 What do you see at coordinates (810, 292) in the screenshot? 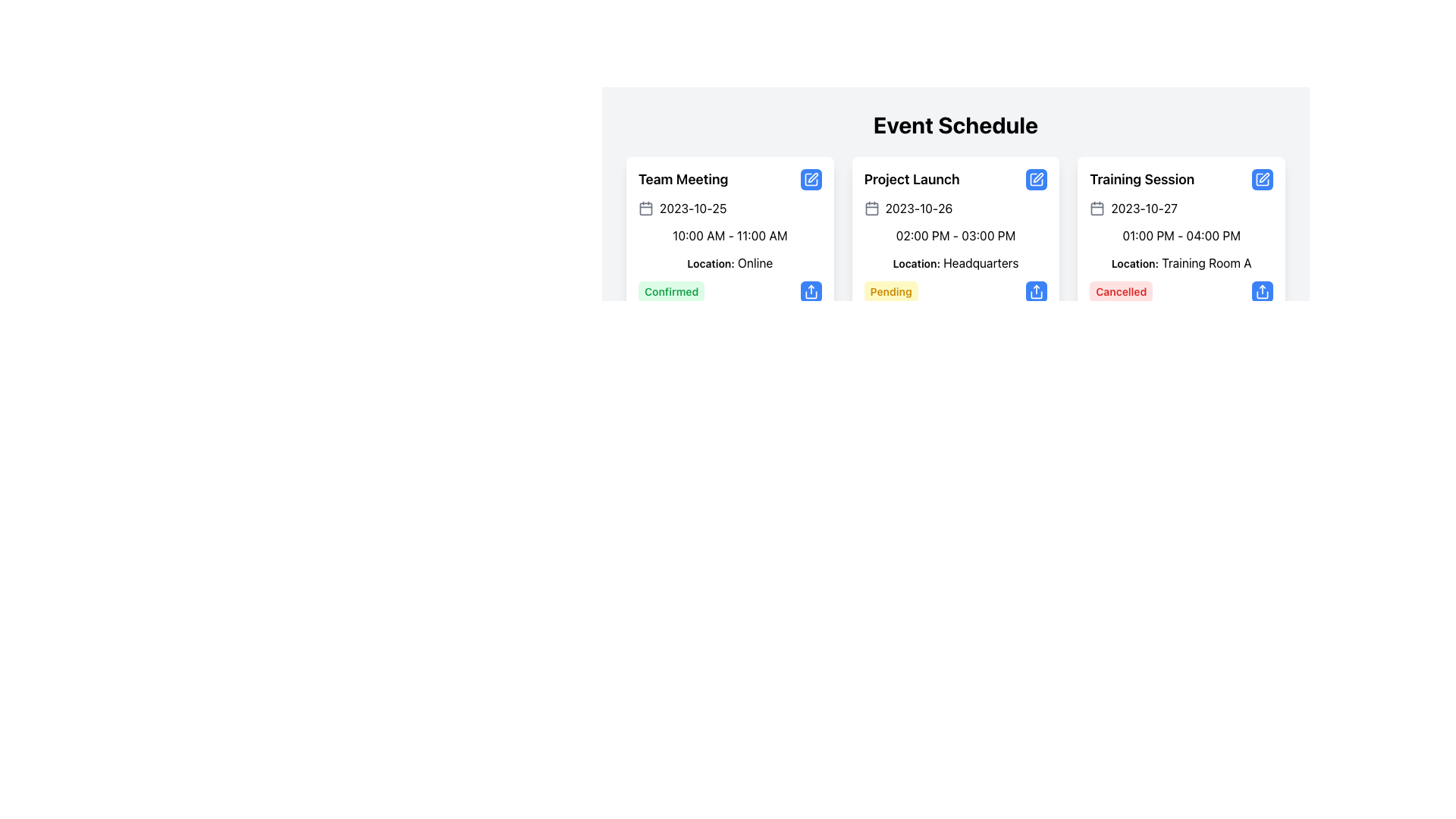
I see `the small square button with a blue background and white border, which has an upward arrow icon for share or upload actions, located at the bottom-right corner of the 'Confirmed' event card` at bounding box center [810, 292].